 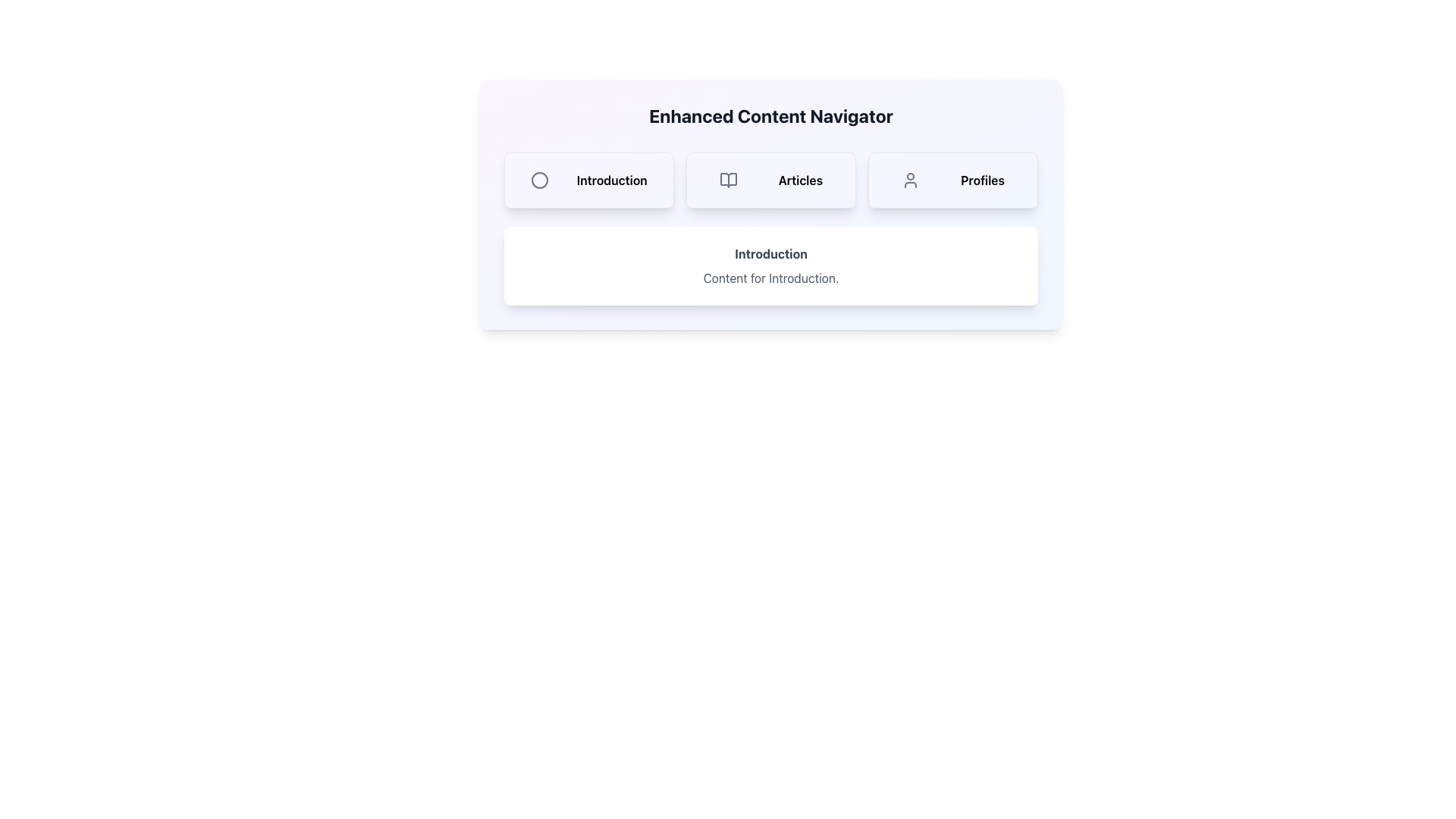 What do you see at coordinates (771, 278) in the screenshot?
I see `the text element that displays additional descriptive information for the 'Introduction' section, located below the title 'Introduction'` at bounding box center [771, 278].